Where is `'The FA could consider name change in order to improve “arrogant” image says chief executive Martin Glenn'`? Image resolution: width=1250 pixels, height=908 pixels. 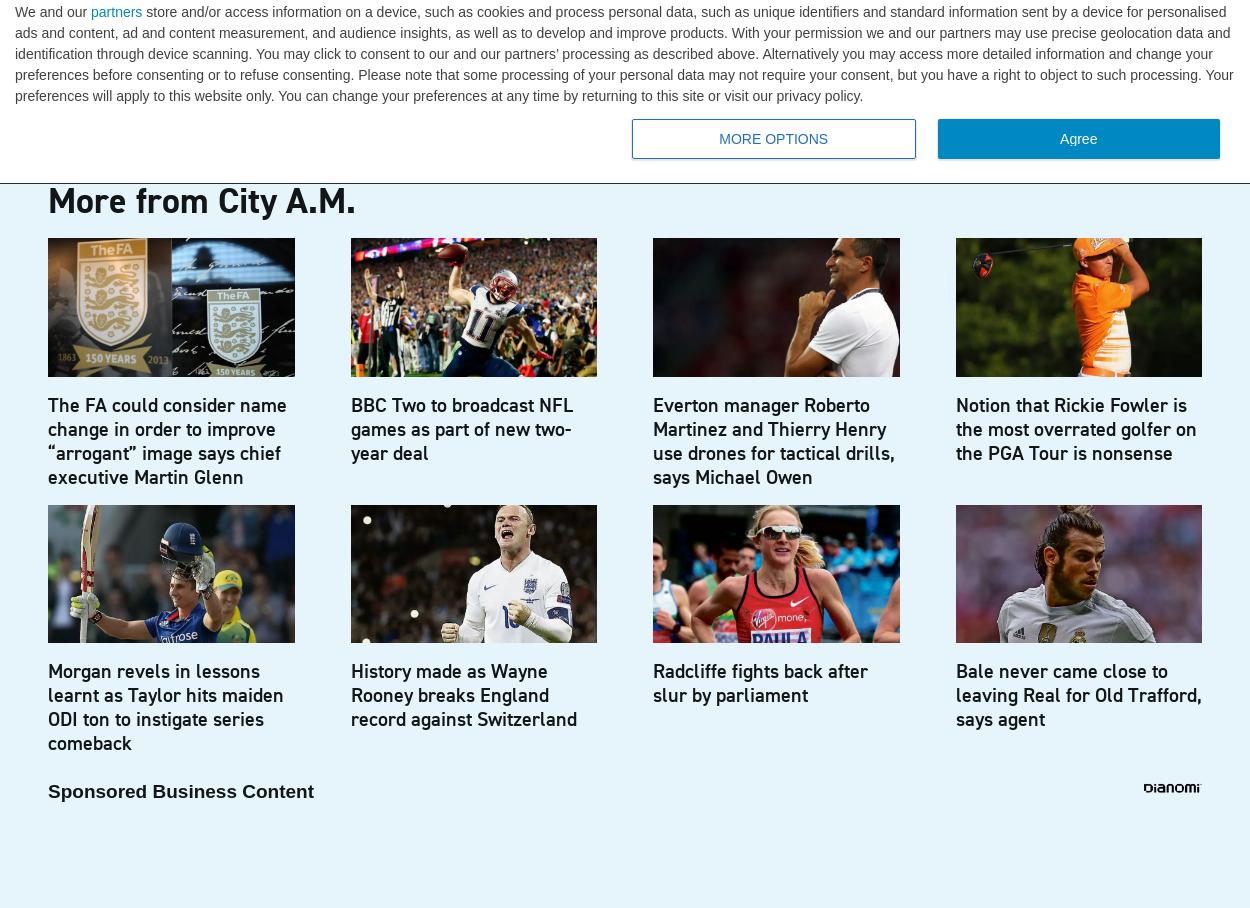
'The FA could consider name change in order to improve “arrogant” image says chief executive Martin Glenn' is located at coordinates (167, 440).